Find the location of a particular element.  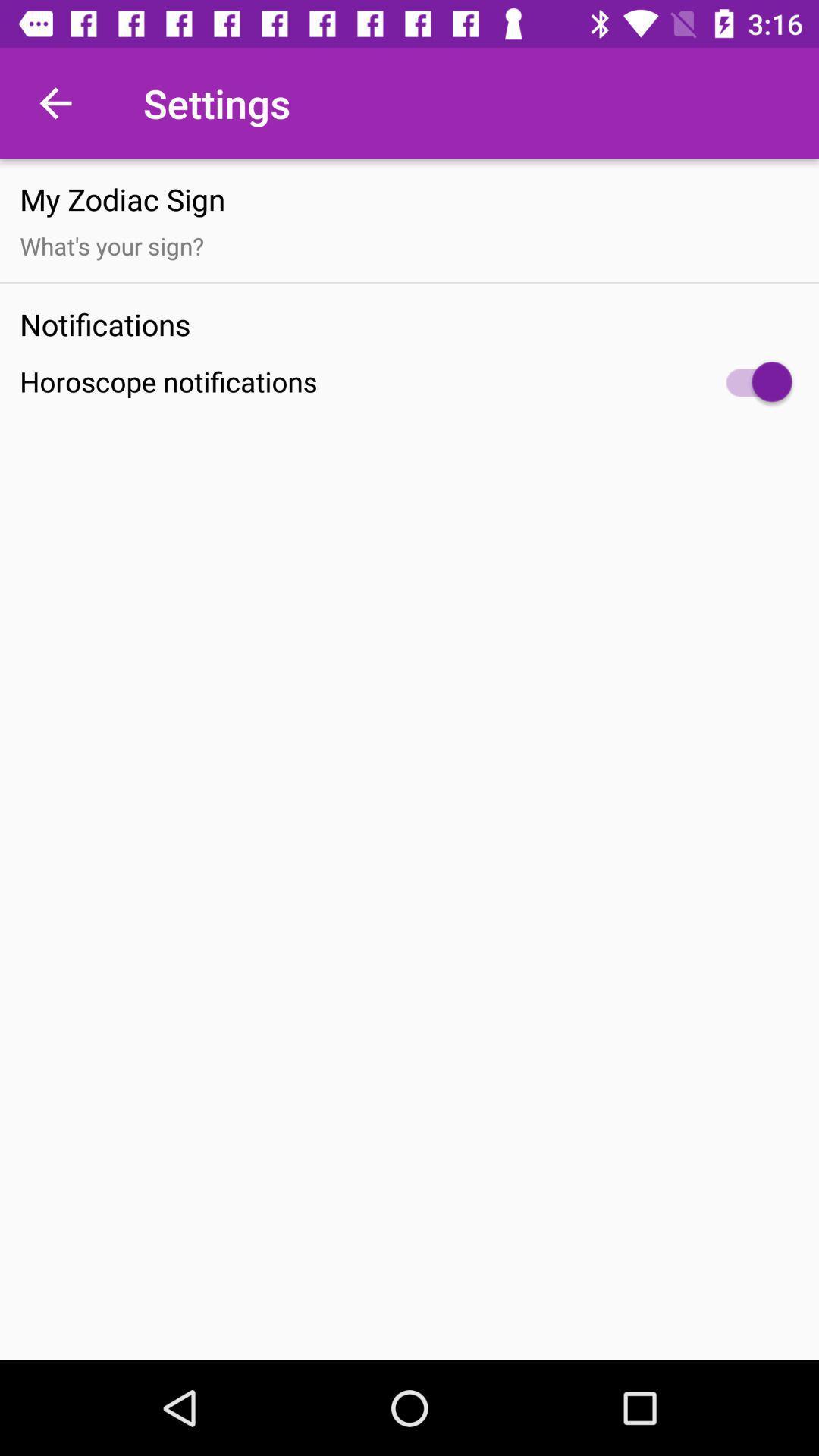

the icon above my zodiac sign icon is located at coordinates (55, 102).